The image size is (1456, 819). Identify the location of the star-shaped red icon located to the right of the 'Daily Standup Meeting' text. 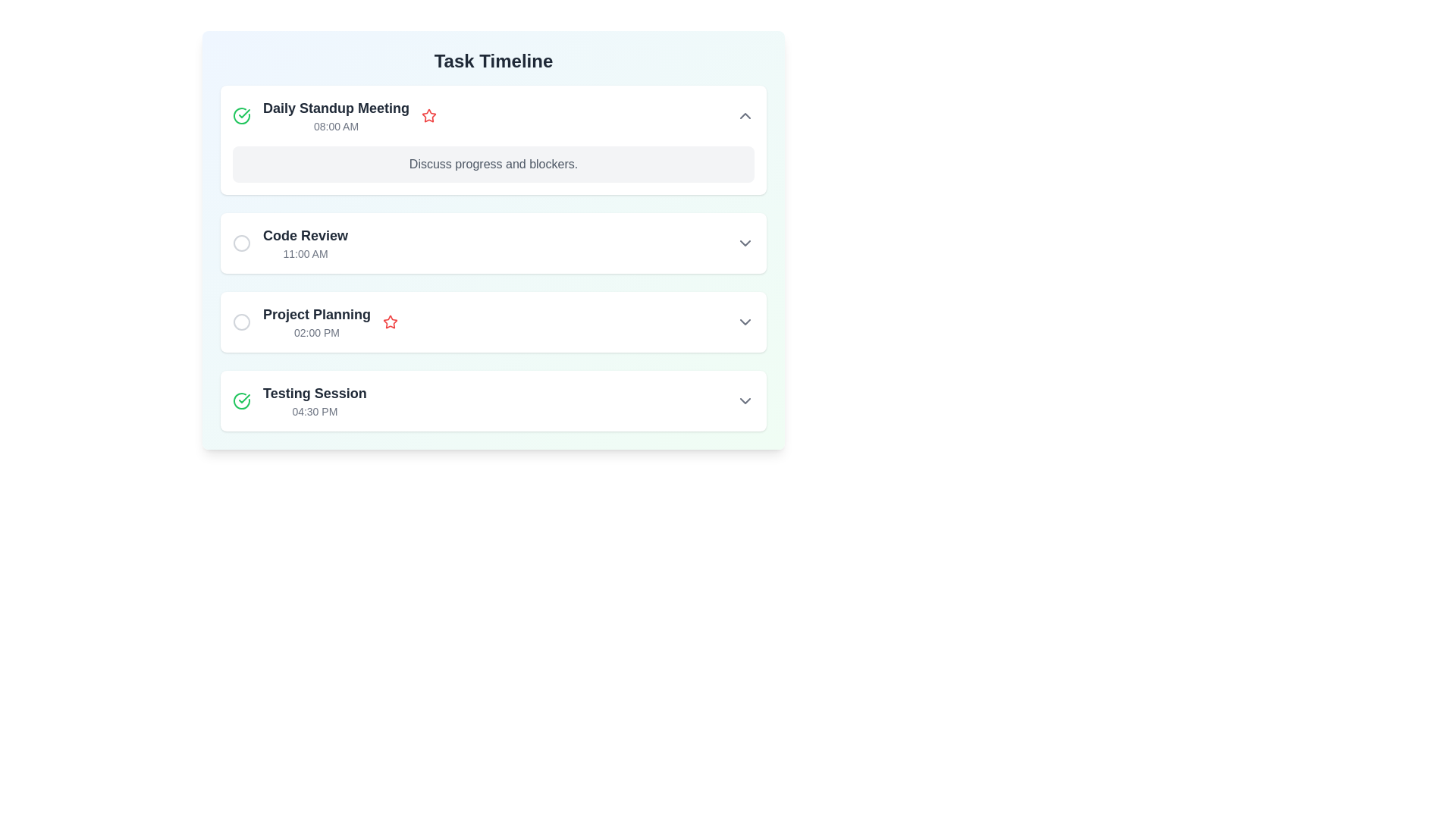
(428, 115).